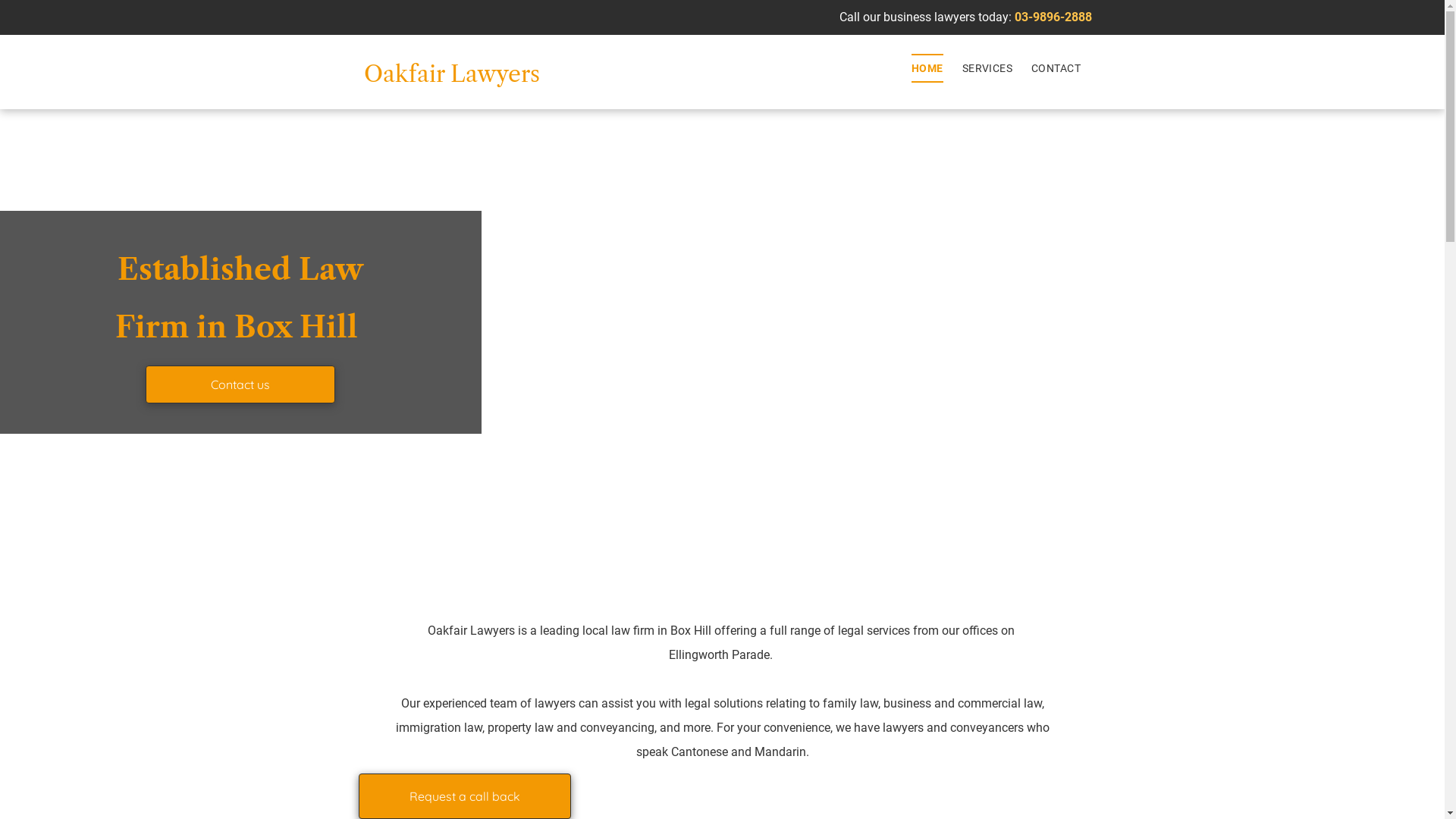 The image size is (1456, 819). Describe the element at coordinates (977, 67) in the screenshot. I see `'SERVICES'` at that location.